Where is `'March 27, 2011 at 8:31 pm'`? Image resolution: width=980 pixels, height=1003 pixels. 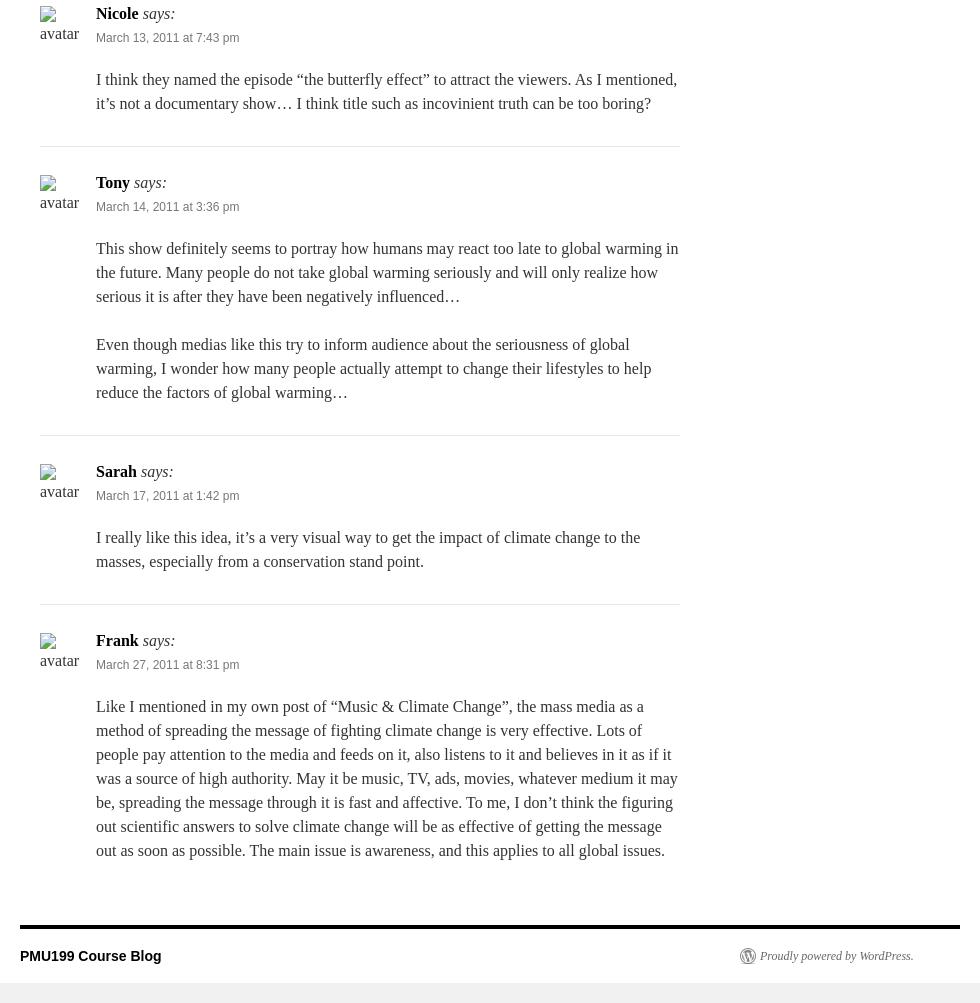 'March 27, 2011 at 8:31 pm' is located at coordinates (167, 664).